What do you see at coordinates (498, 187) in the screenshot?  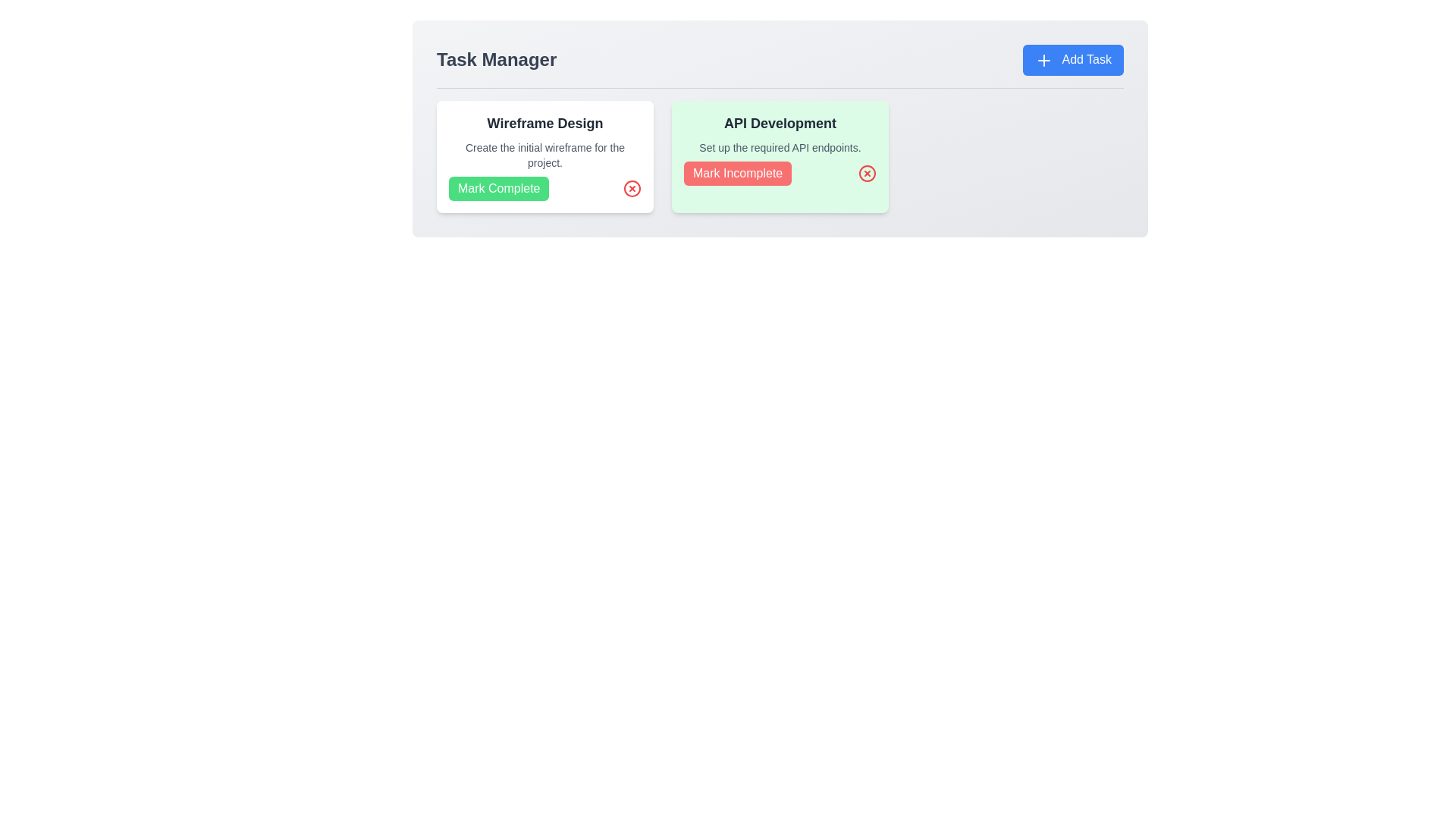 I see `the button located below the 'Wireframe Design' task block to mark the associated task as completed` at bounding box center [498, 187].